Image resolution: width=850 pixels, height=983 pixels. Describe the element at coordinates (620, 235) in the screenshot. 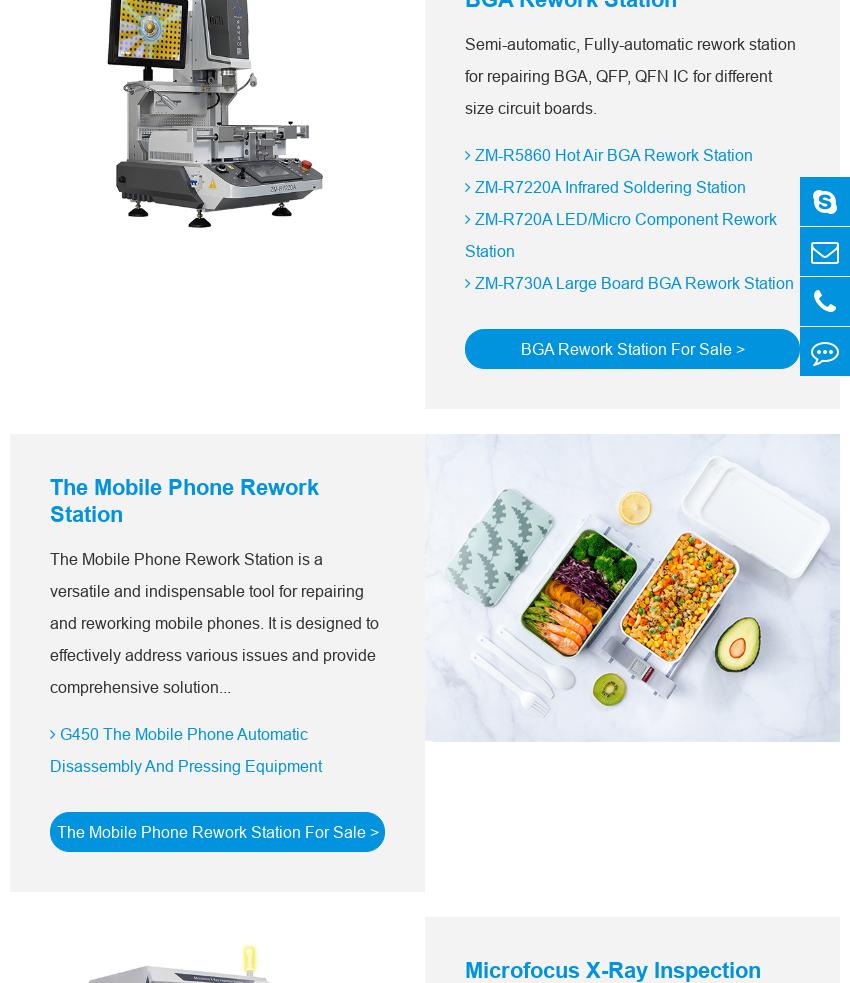

I see `'ZM-R720A LED/Micro Component Rework Station'` at that location.